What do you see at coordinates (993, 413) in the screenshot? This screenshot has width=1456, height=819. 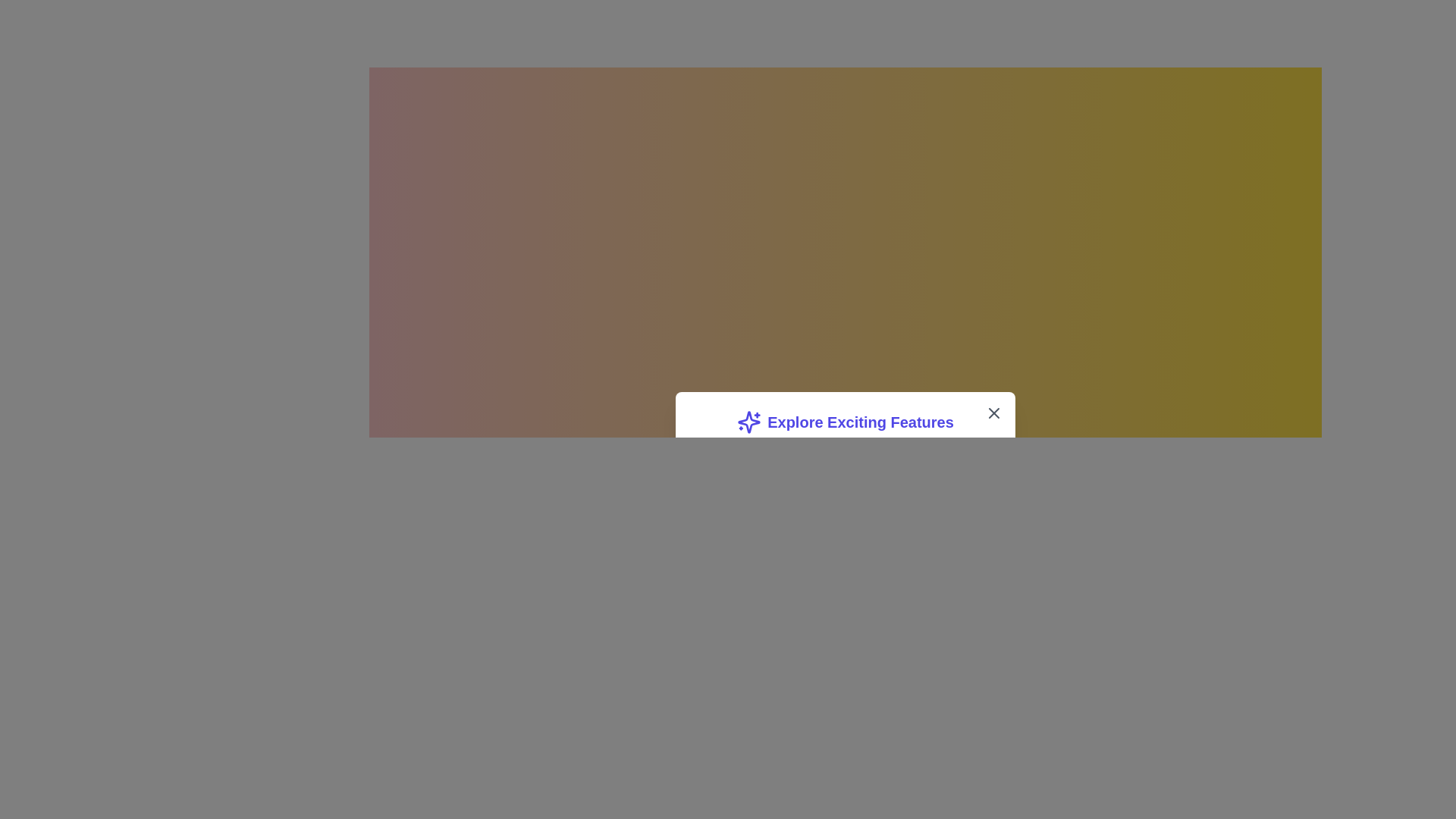 I see `the close button in the dialog to dismiss it` at bounding box center [993, 413].